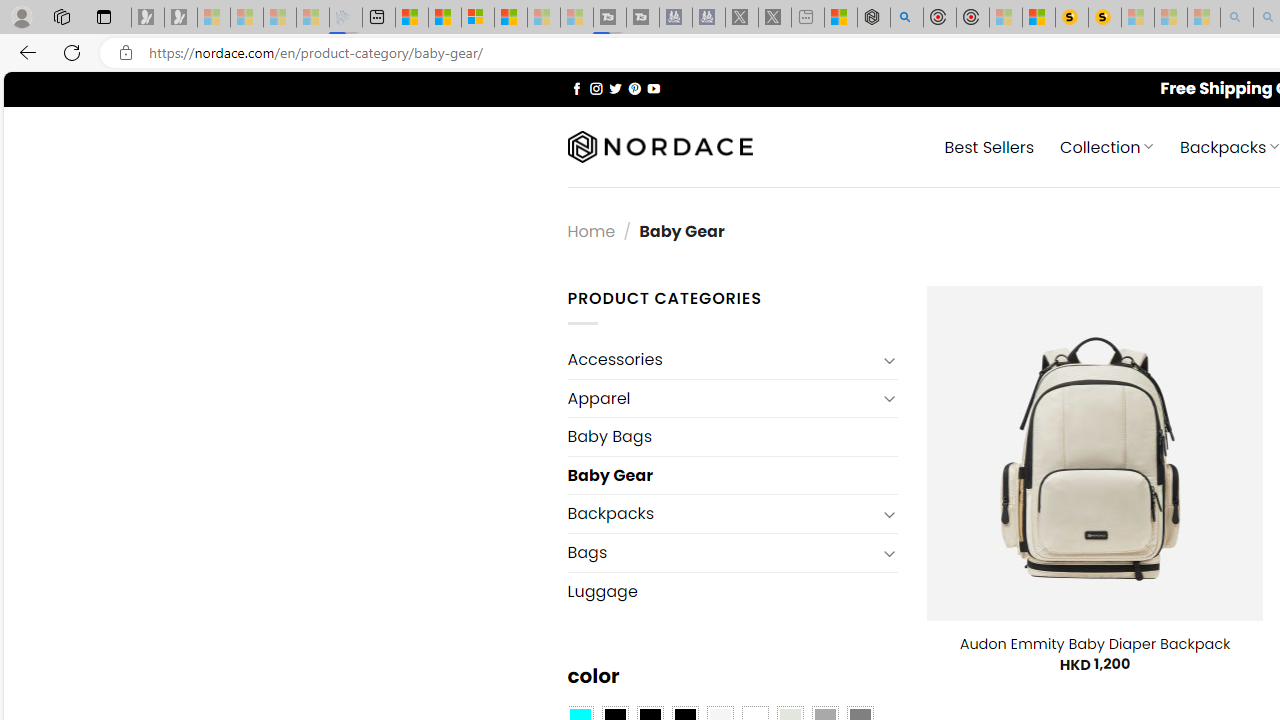 The width and height of the screenshot is (1280, 720). I want to click on 'Accessories', so click(720, 360).